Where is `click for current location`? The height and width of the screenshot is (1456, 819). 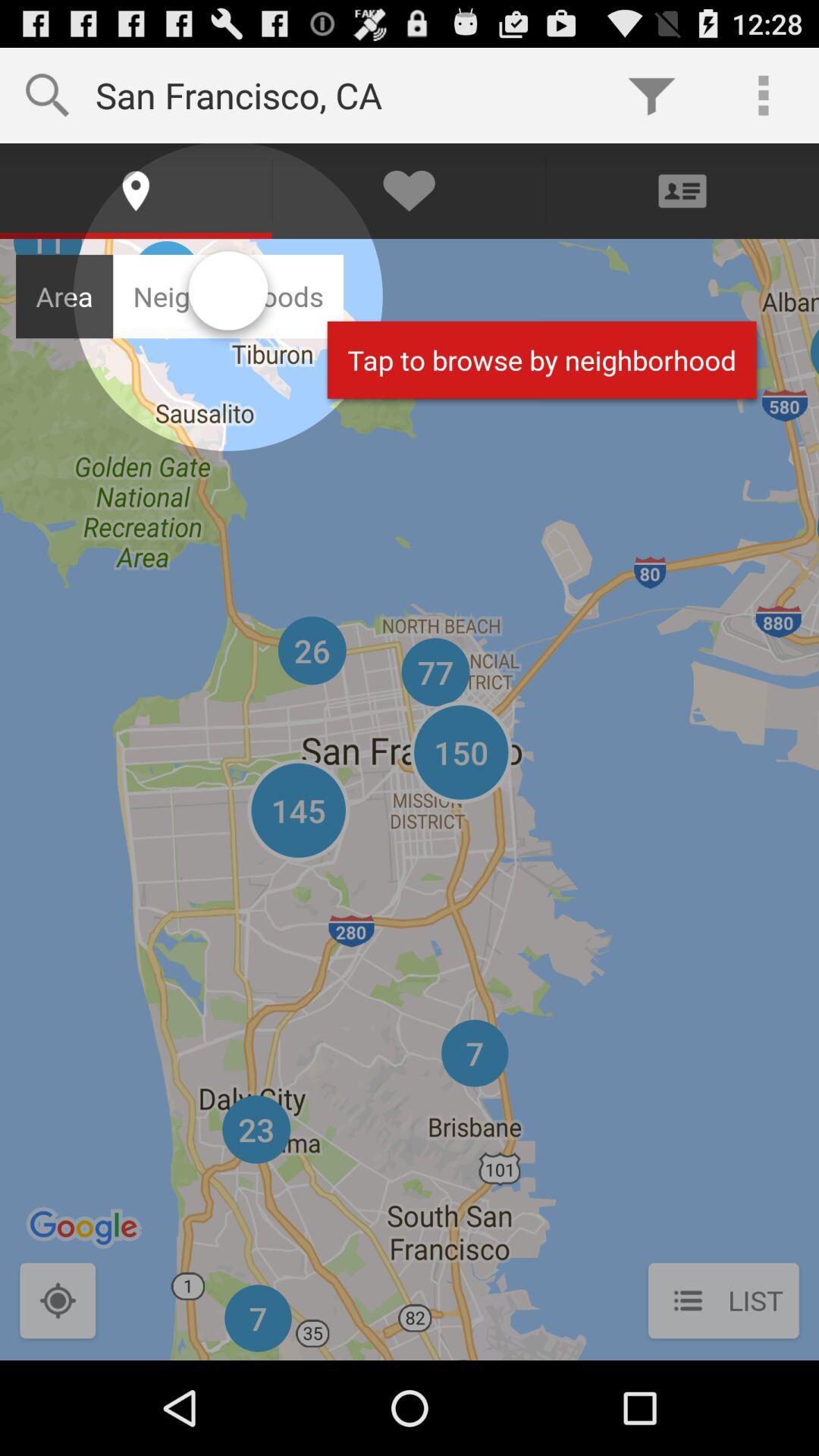 click for current location is located at coordinates (57, 1301).